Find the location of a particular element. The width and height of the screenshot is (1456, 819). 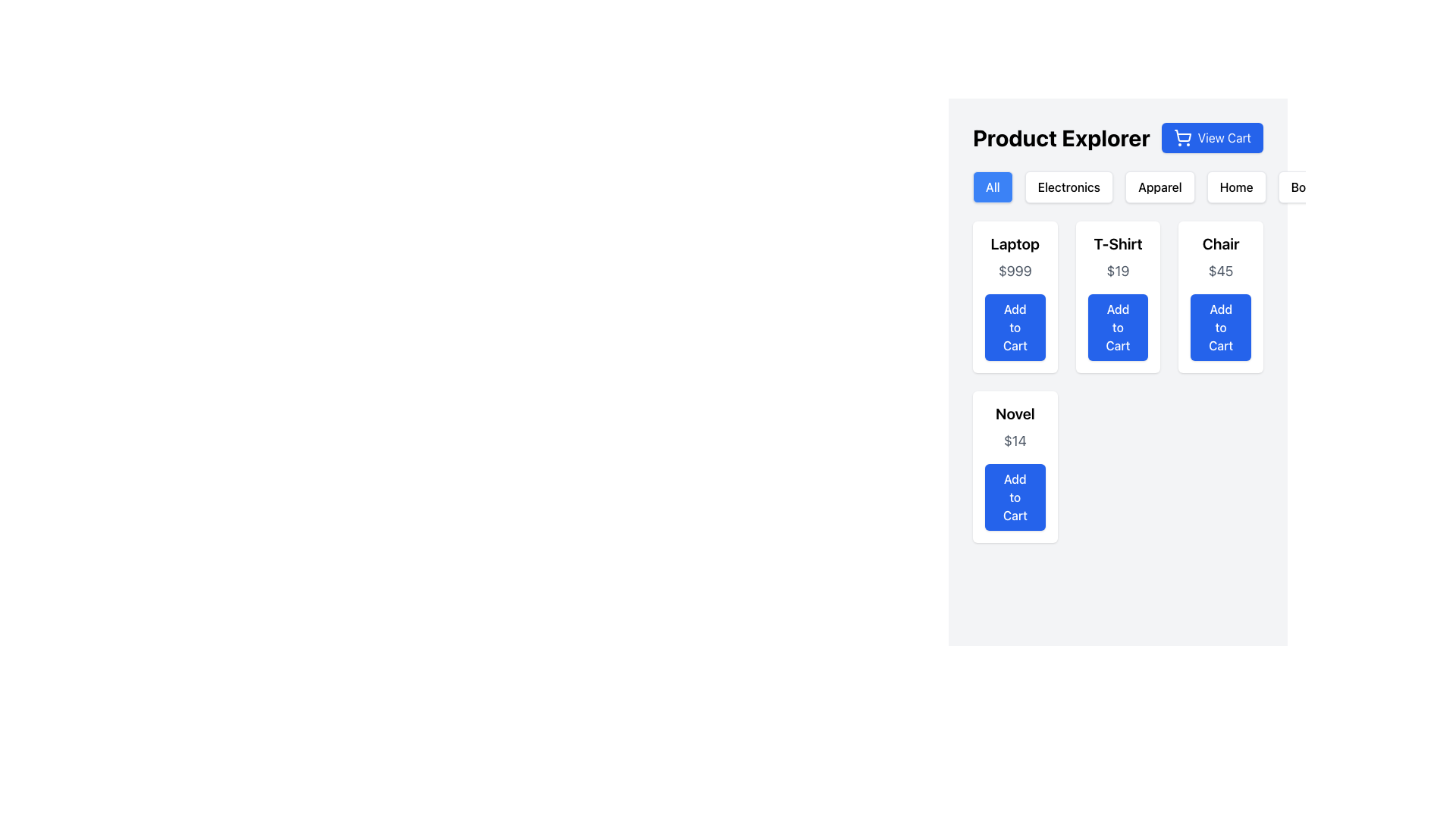

the rectangular button labeled 'All', which has a blue background and white text is located at coordinates (993, 186).